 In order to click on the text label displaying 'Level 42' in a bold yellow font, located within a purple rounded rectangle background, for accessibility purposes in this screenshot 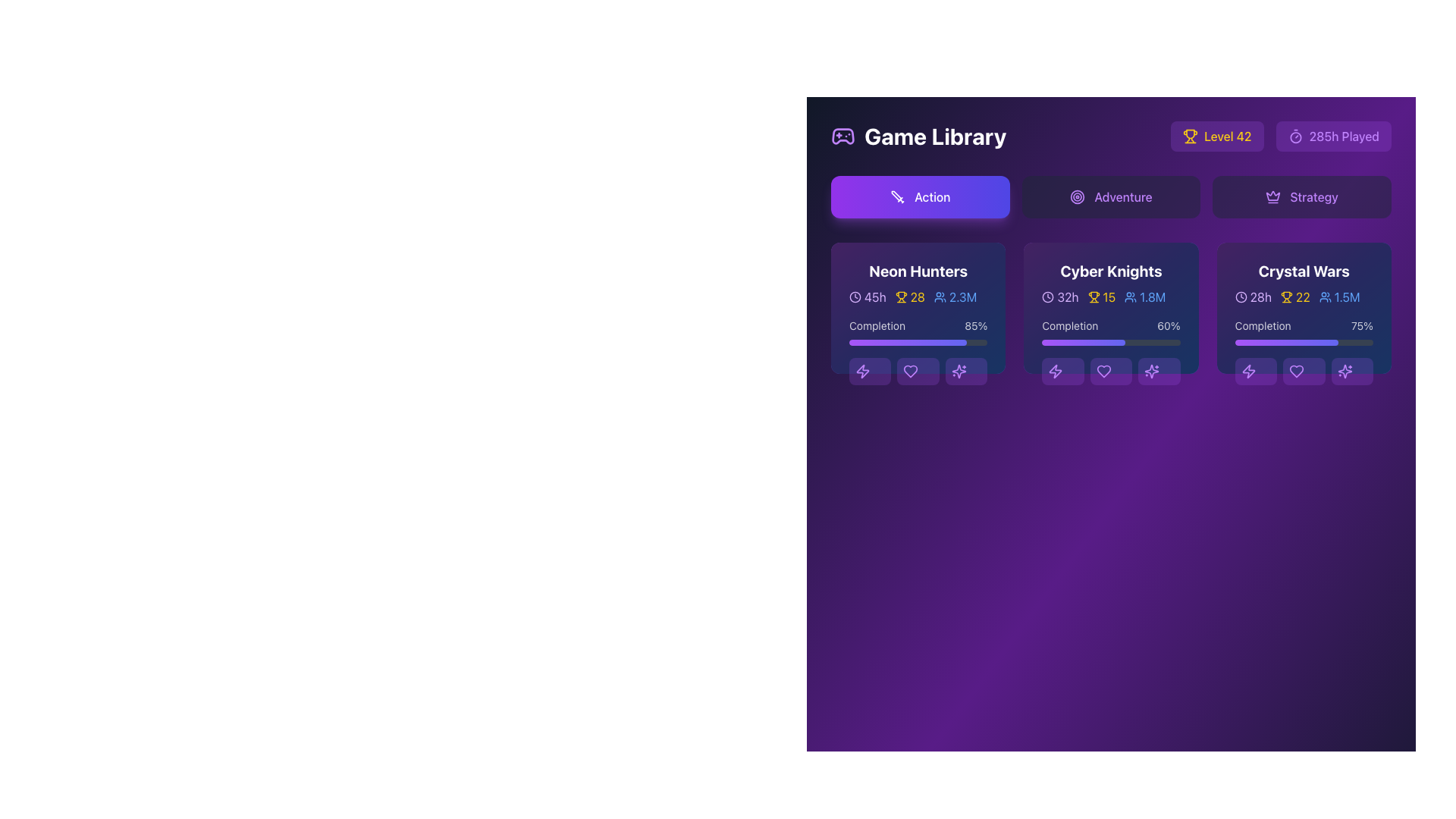, I will do `click(1228, 136)`.